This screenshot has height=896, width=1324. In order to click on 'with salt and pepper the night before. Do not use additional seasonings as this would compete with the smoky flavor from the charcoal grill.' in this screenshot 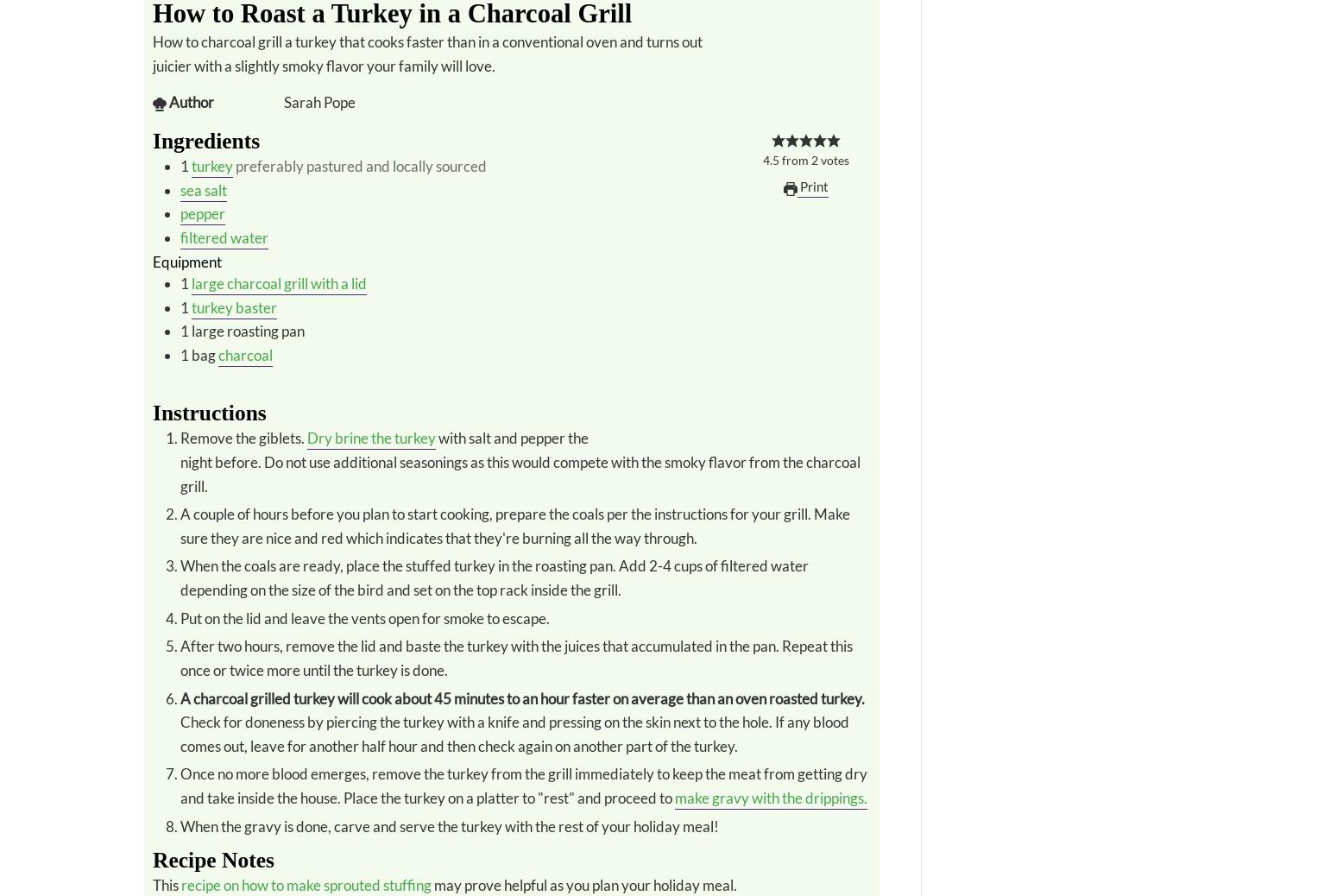, I will do `click(520, 460)`.